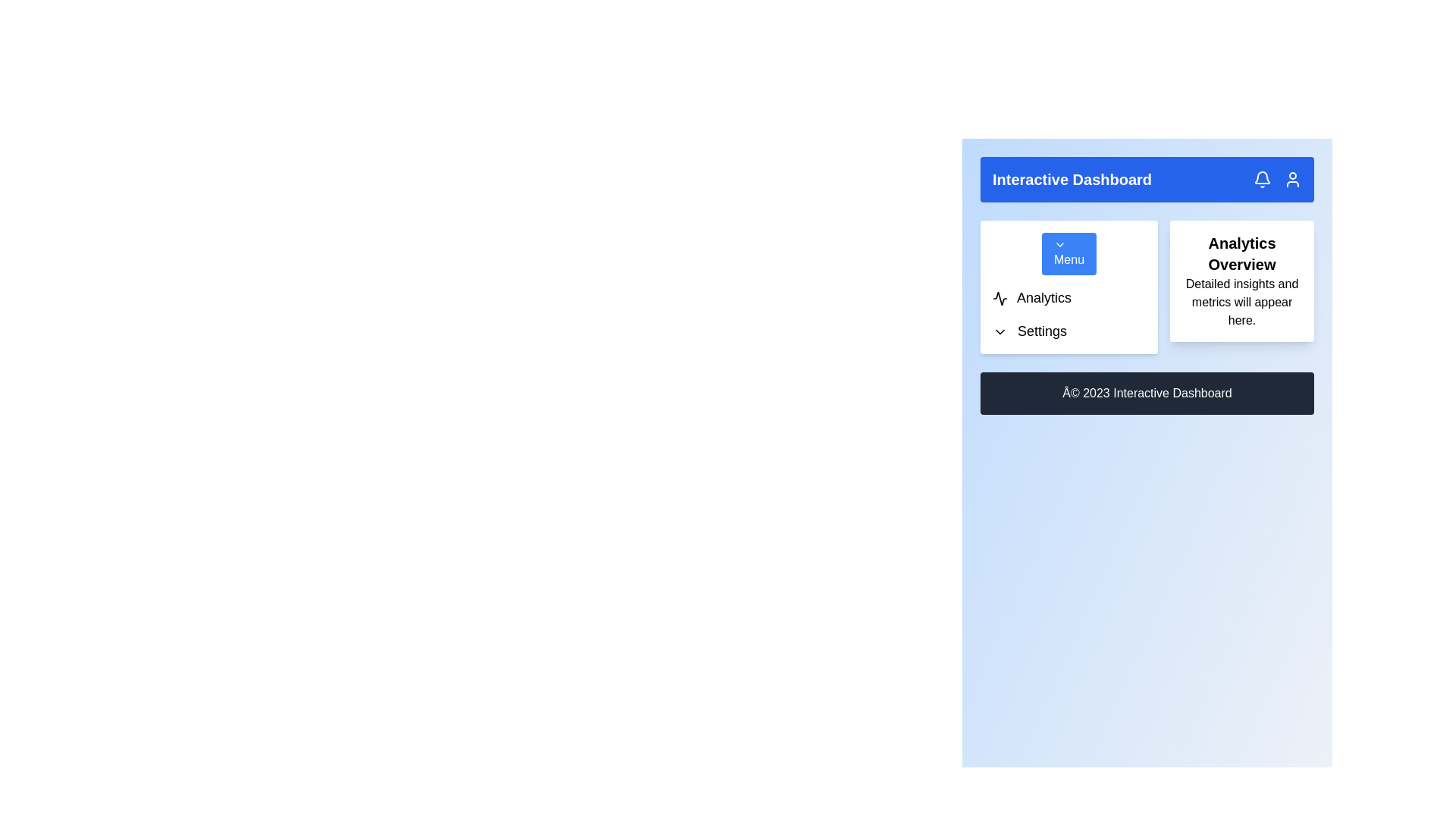  Describe the element at coordinates (1000, 298) in the screenshot. I see `the small monochrome icon styled as a pulse or activity graph, which is located to the left of the 'Analytics' text label` at that location.